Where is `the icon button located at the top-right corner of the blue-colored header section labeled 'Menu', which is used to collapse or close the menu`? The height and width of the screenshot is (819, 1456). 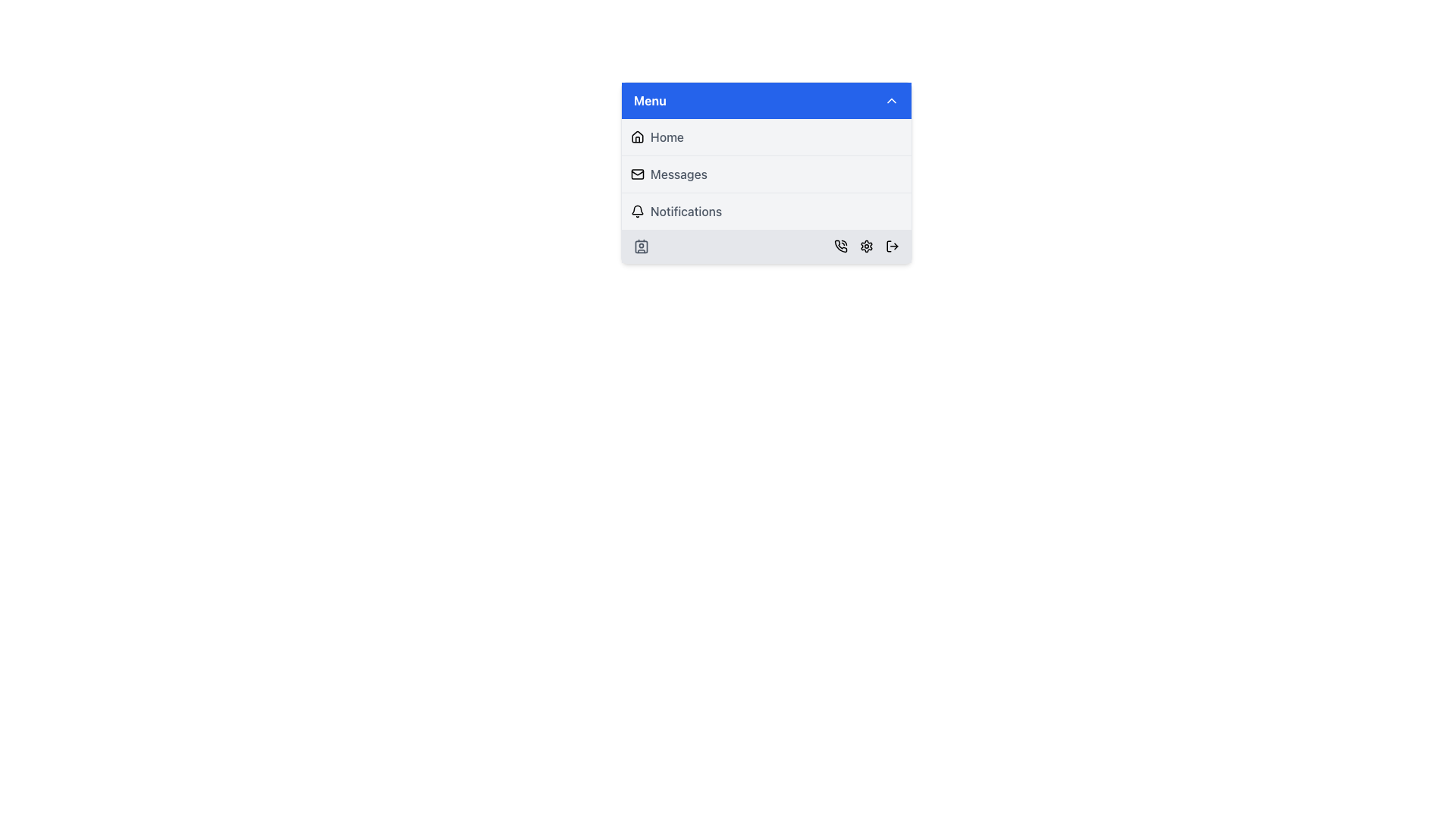 the icon button located at the top-right corner of the blue-colored header section labeled 'Menu', which is used to collapse or close the menu is located at coordinates (892, 100).